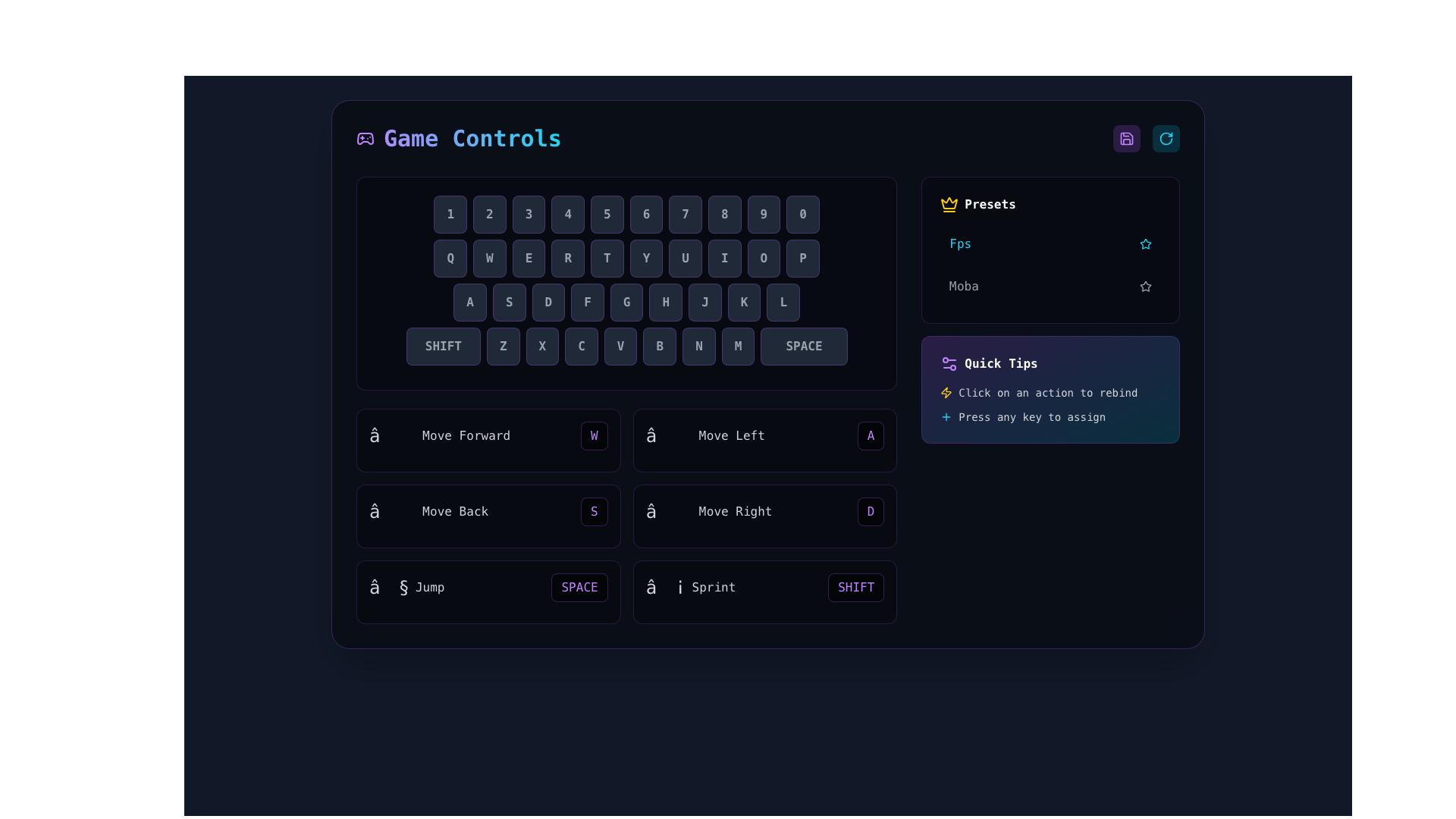 The width and height of the screenshot is (1456, 819). Describe the element at coordinates (529, 214) in the screenshot. I see `the square-shaped button displaying the number '3', located in the third position of the top row of buttons in a keyboard-like layout` at that location.